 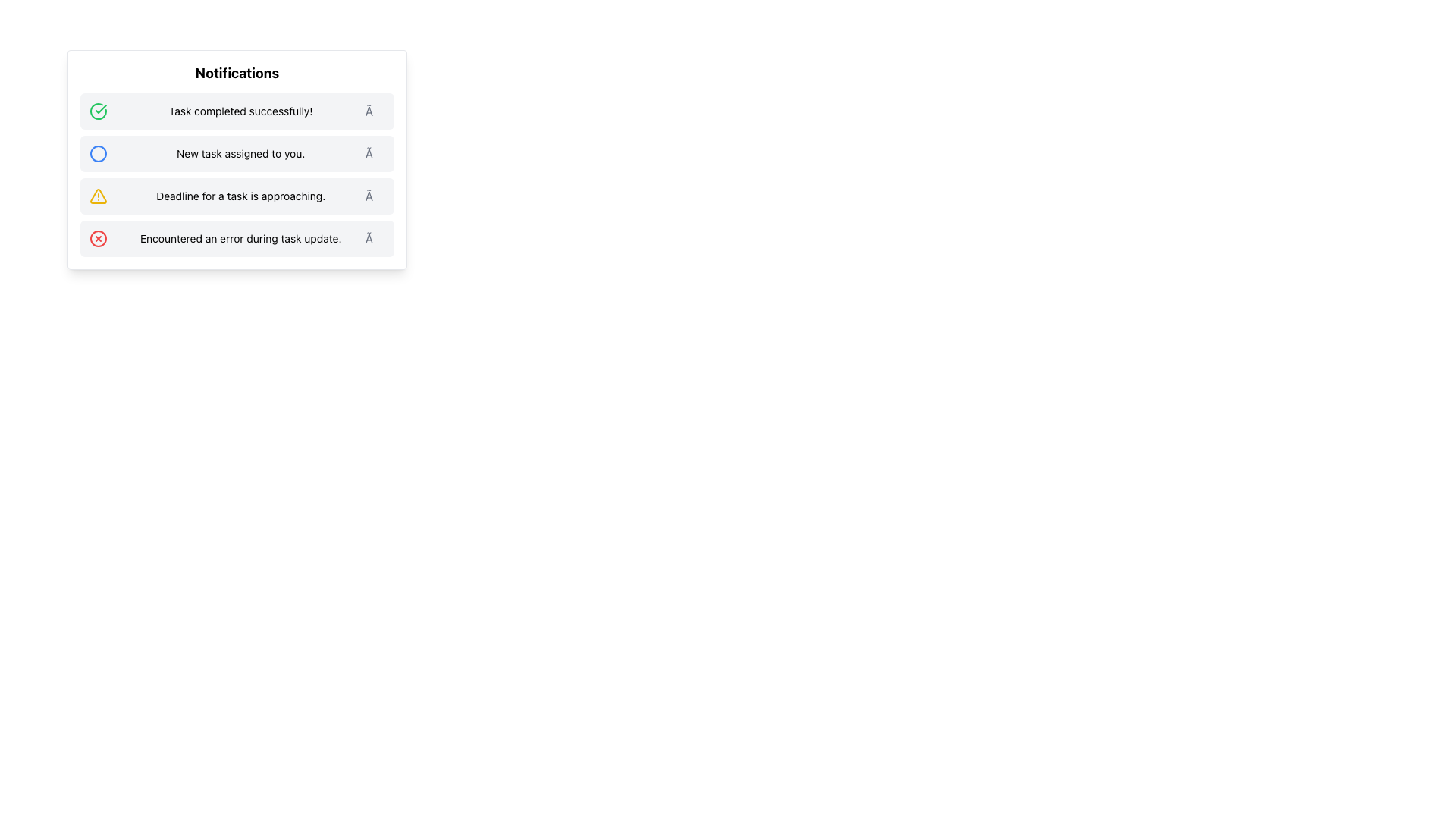 What do you see at coordinates (100, 108) in the screenshot?
I see `the success indicator icon located in the first notification entry titled 'Task completed successfully!' which is positioned inside a green-bordered circular area` at bounding box center [100, 108].